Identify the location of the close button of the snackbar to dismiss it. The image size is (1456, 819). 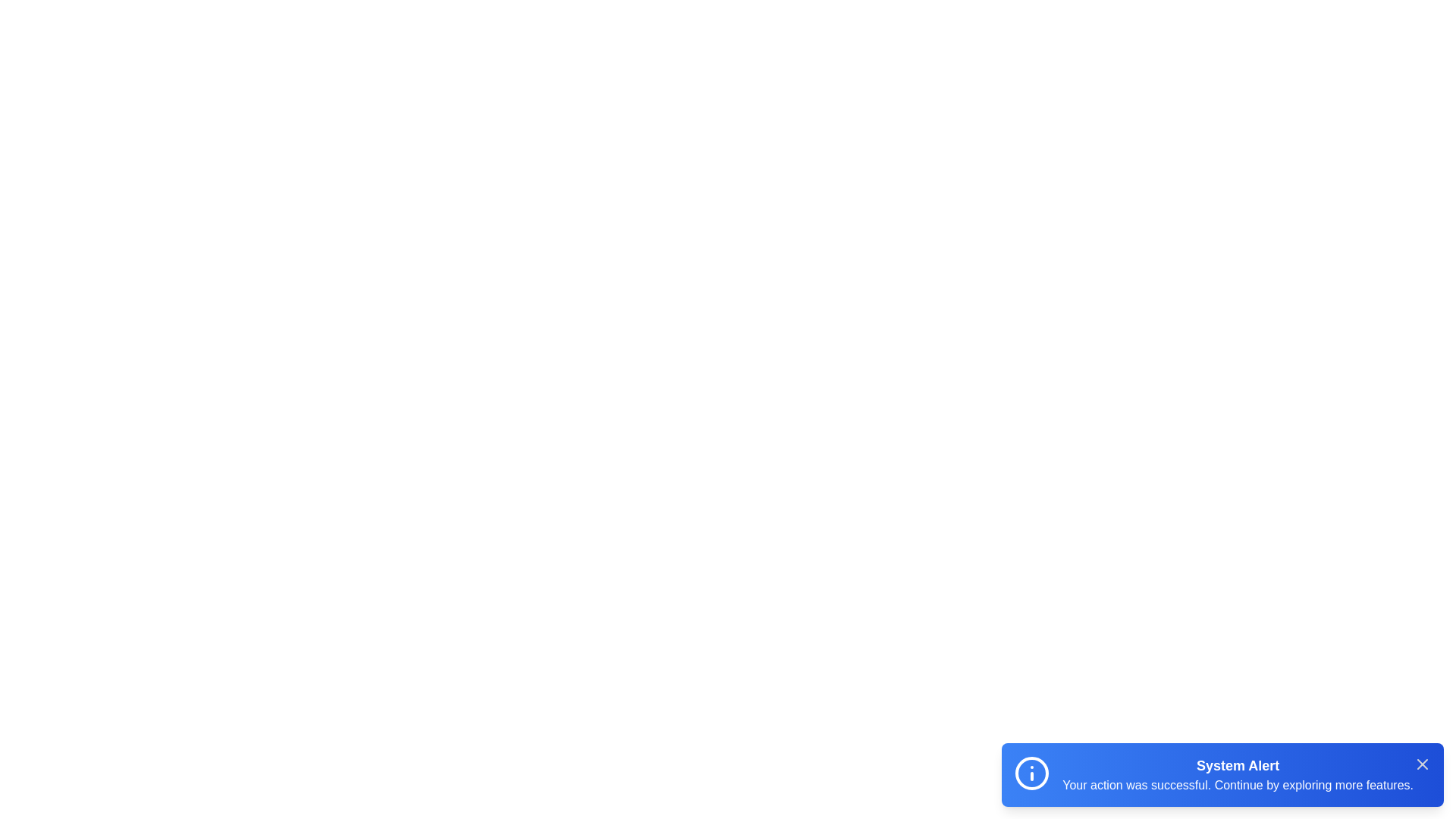
(1422, 764).